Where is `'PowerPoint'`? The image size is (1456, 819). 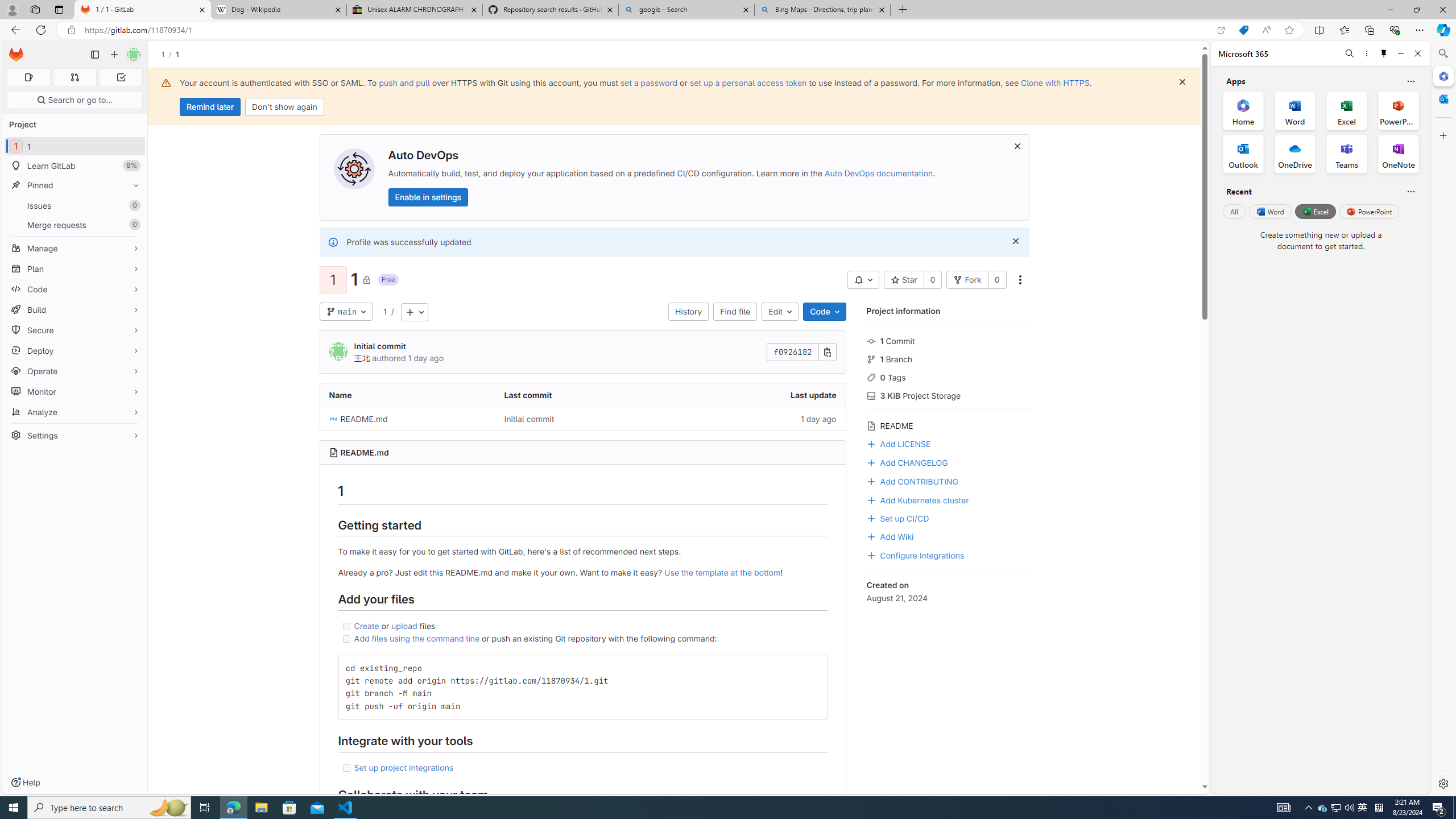 'PowerPoint' is located at coordinates (1368, 211).